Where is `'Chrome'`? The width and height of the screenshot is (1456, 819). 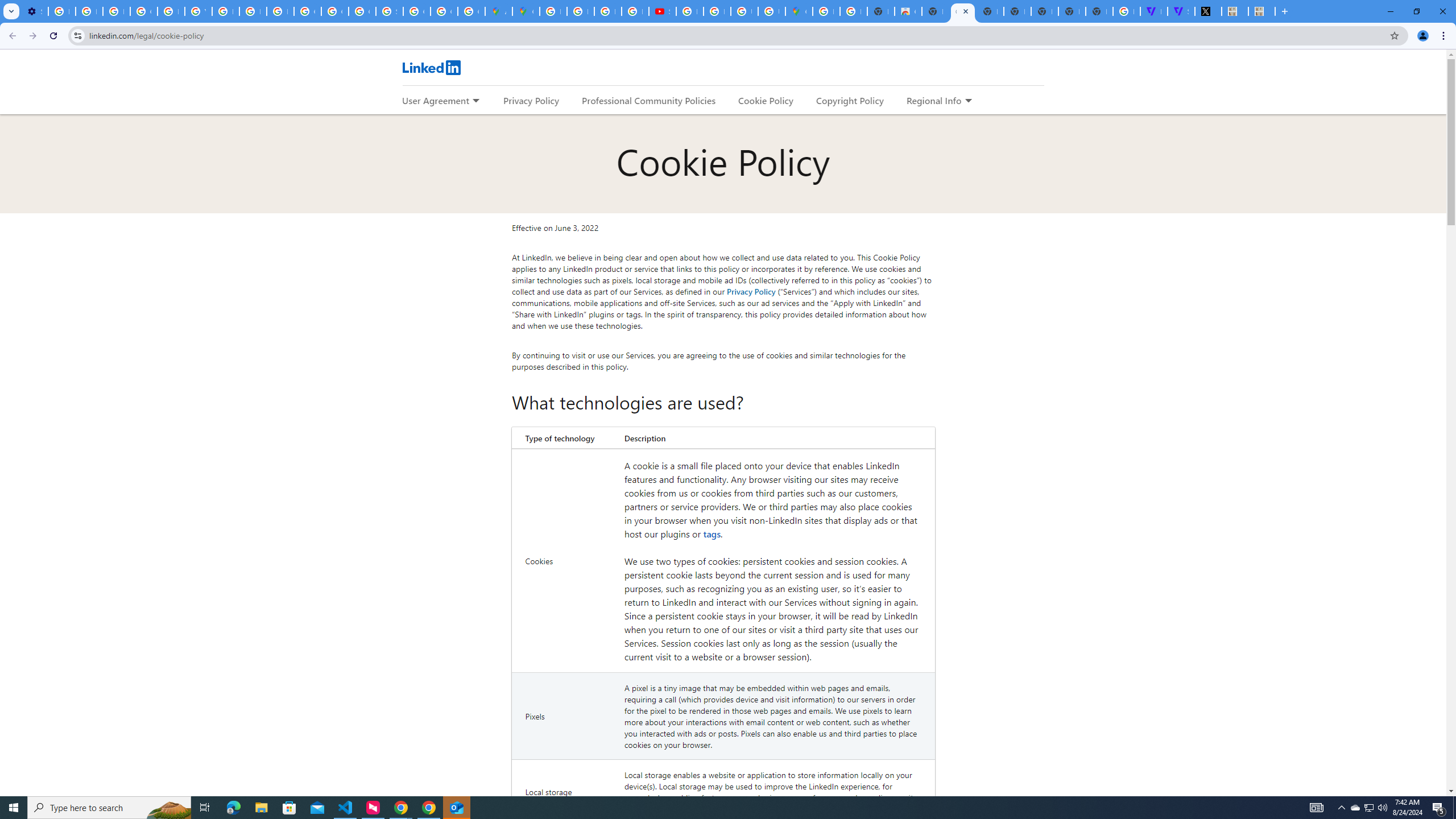
'Chrome' is located at coordinates (1444, 35).